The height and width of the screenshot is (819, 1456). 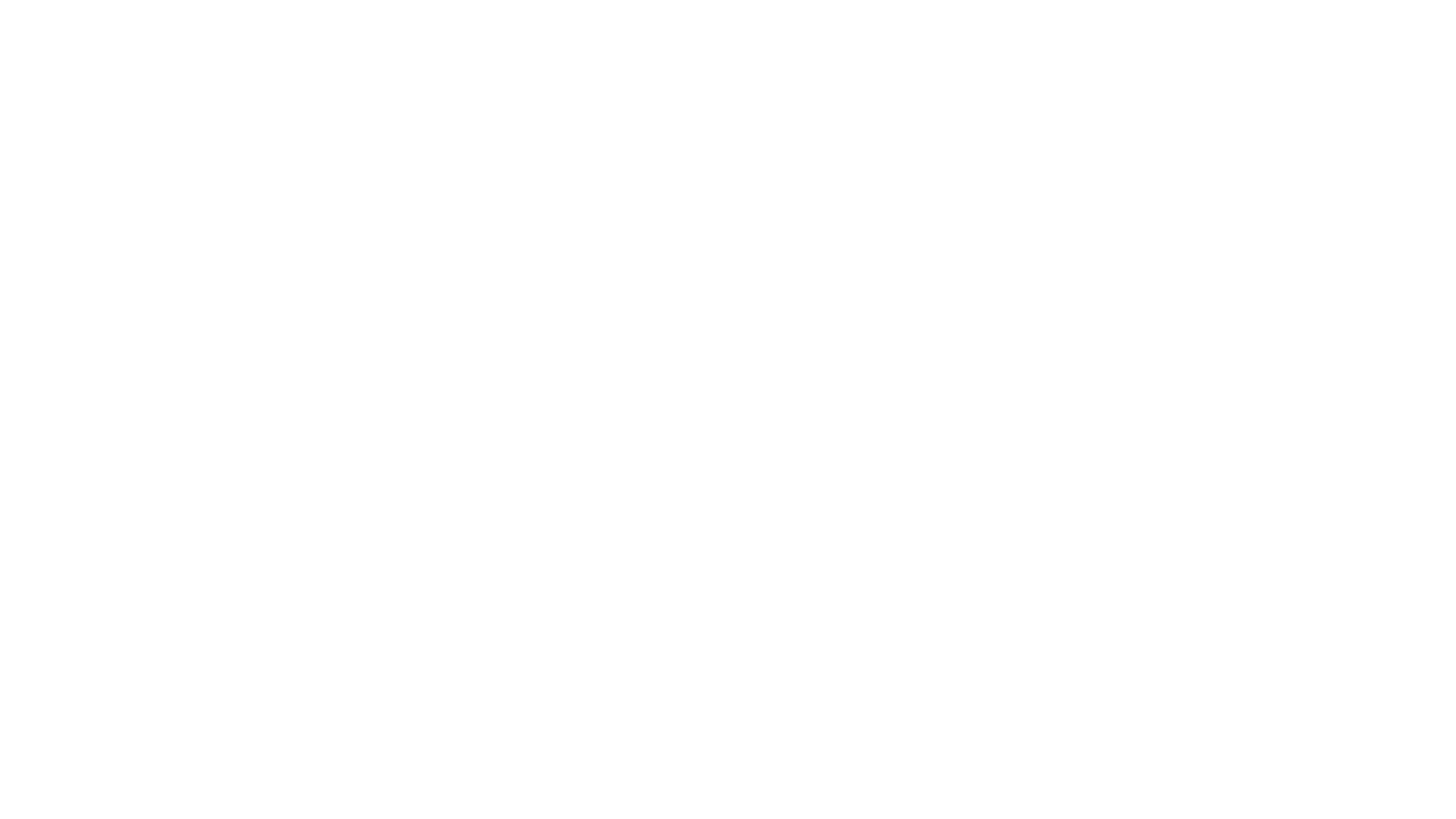 What do you see at coordinates (657, 48) in the screenshot?
I see `Annual Meeting Seminar` at bounding box center [657, 48].